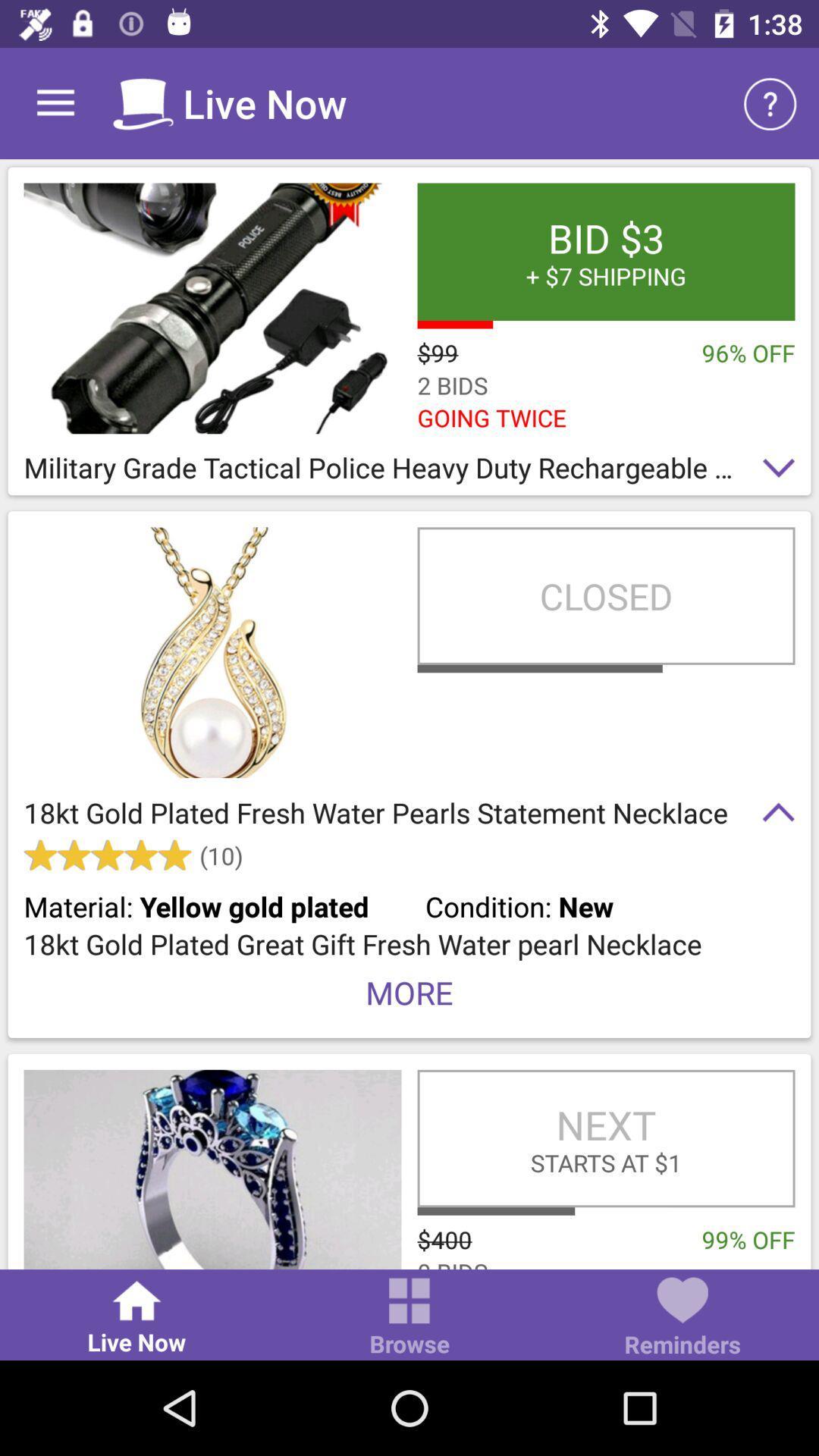  What do you see at coordinates (212, 1169) in the screenshot?
I see `click the product` at bounding box center [212, 1169].